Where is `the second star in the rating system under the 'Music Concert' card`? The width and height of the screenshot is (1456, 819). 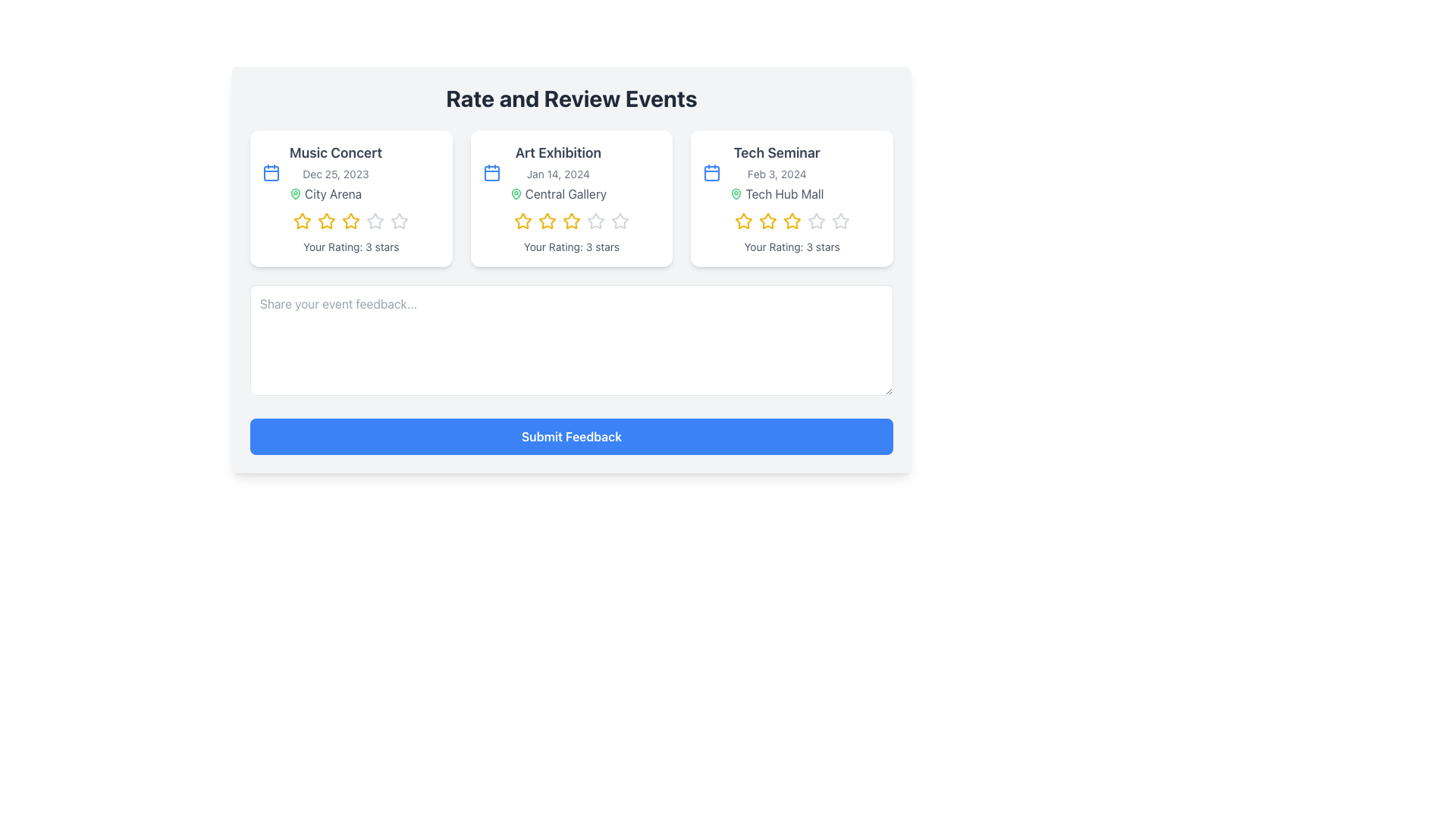 the second star in the rating system under the 'Music Concert' card is located at coordinates (326, 221).